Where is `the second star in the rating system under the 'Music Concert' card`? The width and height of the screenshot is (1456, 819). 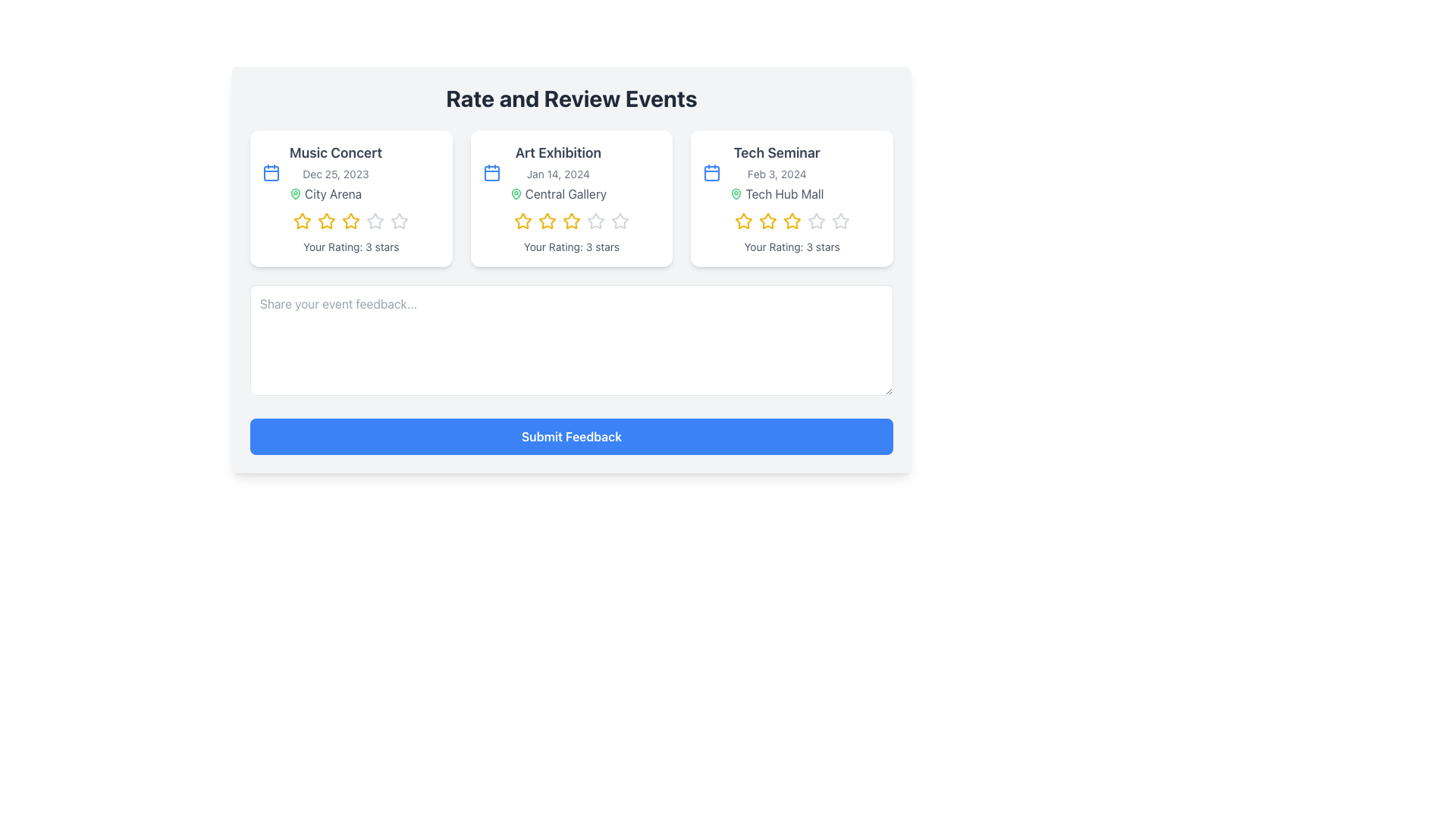 the second star in the rating system under the 'Music Concert' card is located at coordinates (326, 221).